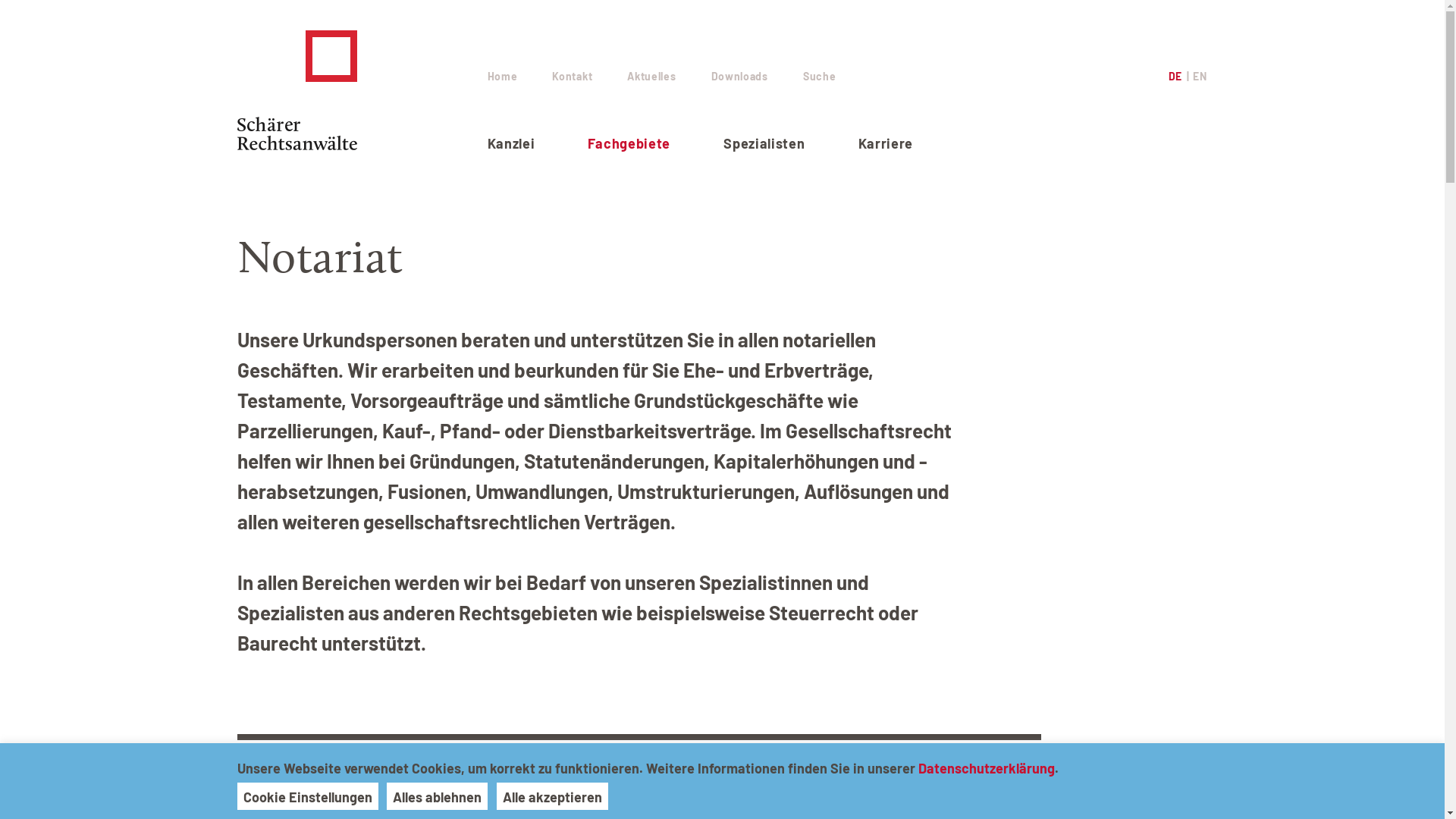  What do you see at coordinates (495, 795) in the screenshot?
I see `'Alle akzeptieren'` at bounding box center [495, 795].